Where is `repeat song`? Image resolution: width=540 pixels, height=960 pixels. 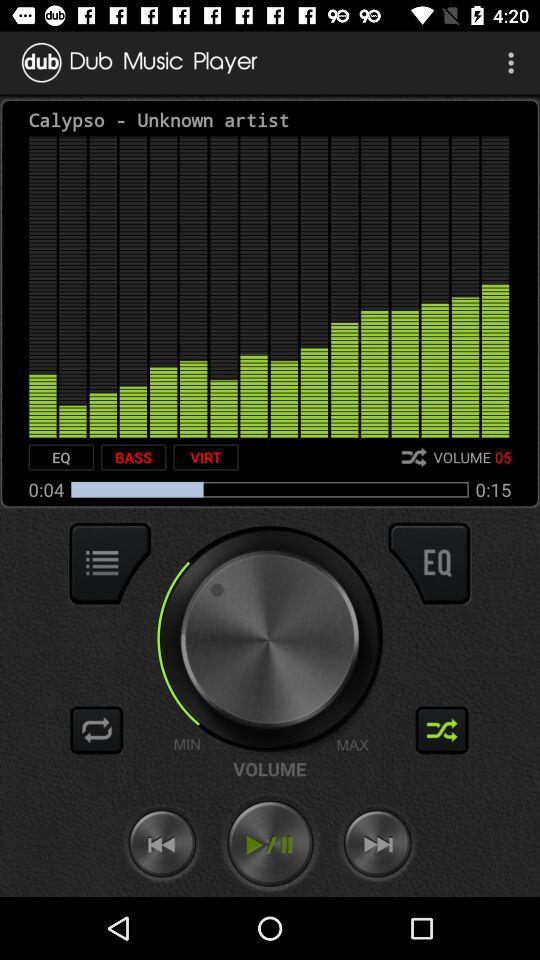 repeat song is located at coordinates (96, 729).